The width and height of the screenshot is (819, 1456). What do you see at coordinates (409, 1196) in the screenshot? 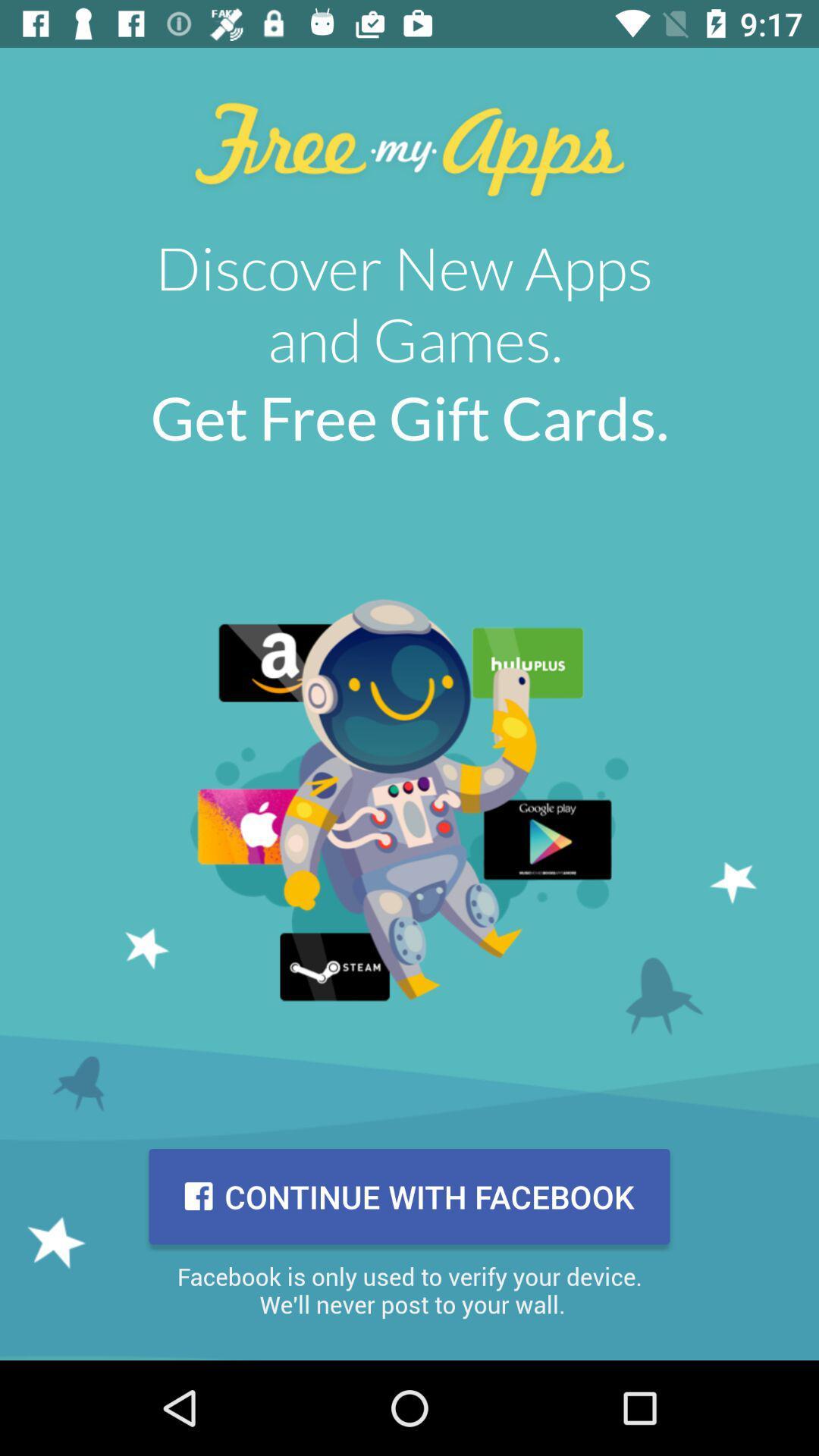
I see `the continue with facebook` at bounding box center [409, 1196].